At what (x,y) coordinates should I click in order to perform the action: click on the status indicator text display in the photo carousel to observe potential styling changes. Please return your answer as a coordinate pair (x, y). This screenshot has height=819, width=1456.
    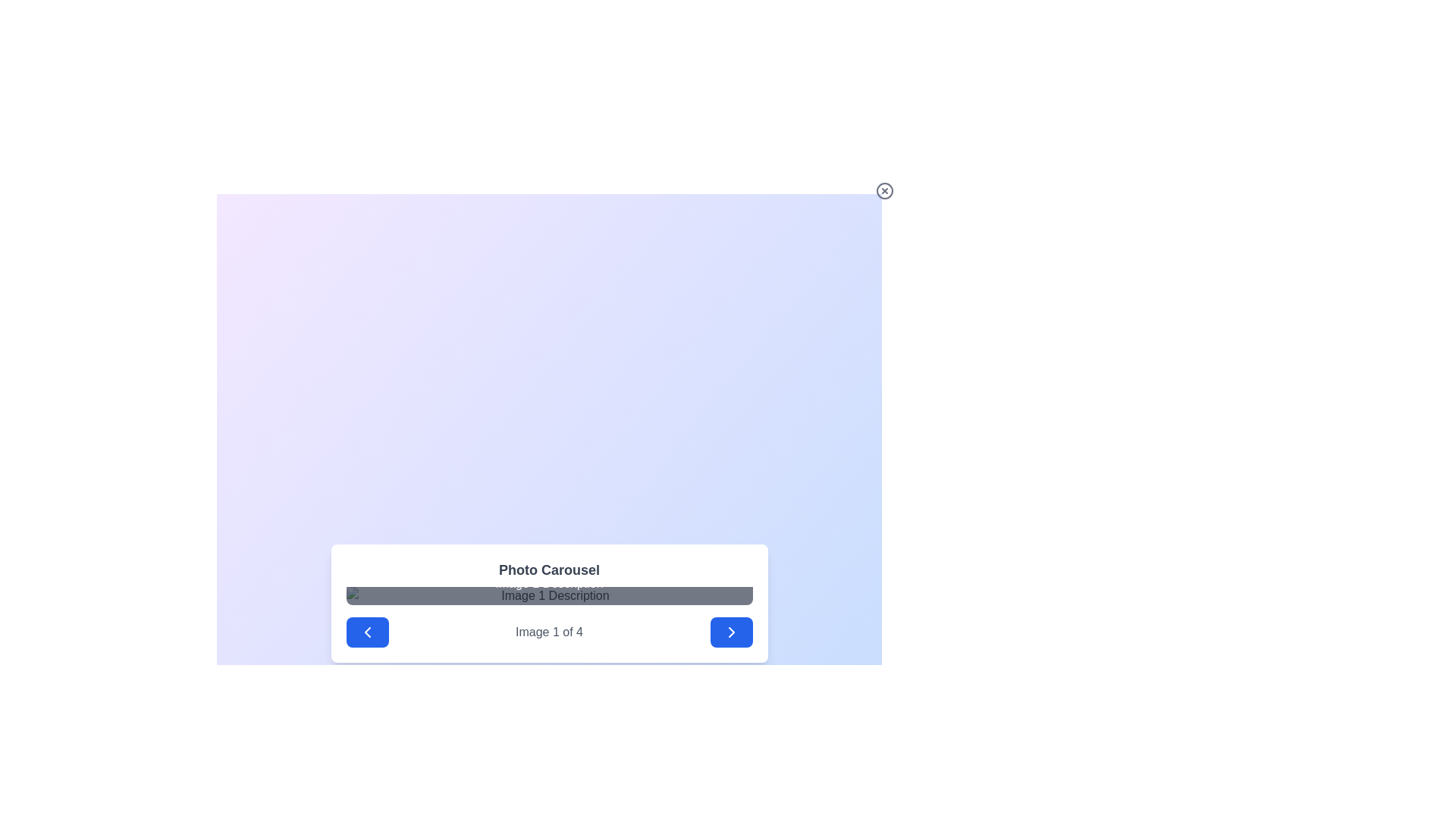
    Looking at the image, I should click on (548, 632).